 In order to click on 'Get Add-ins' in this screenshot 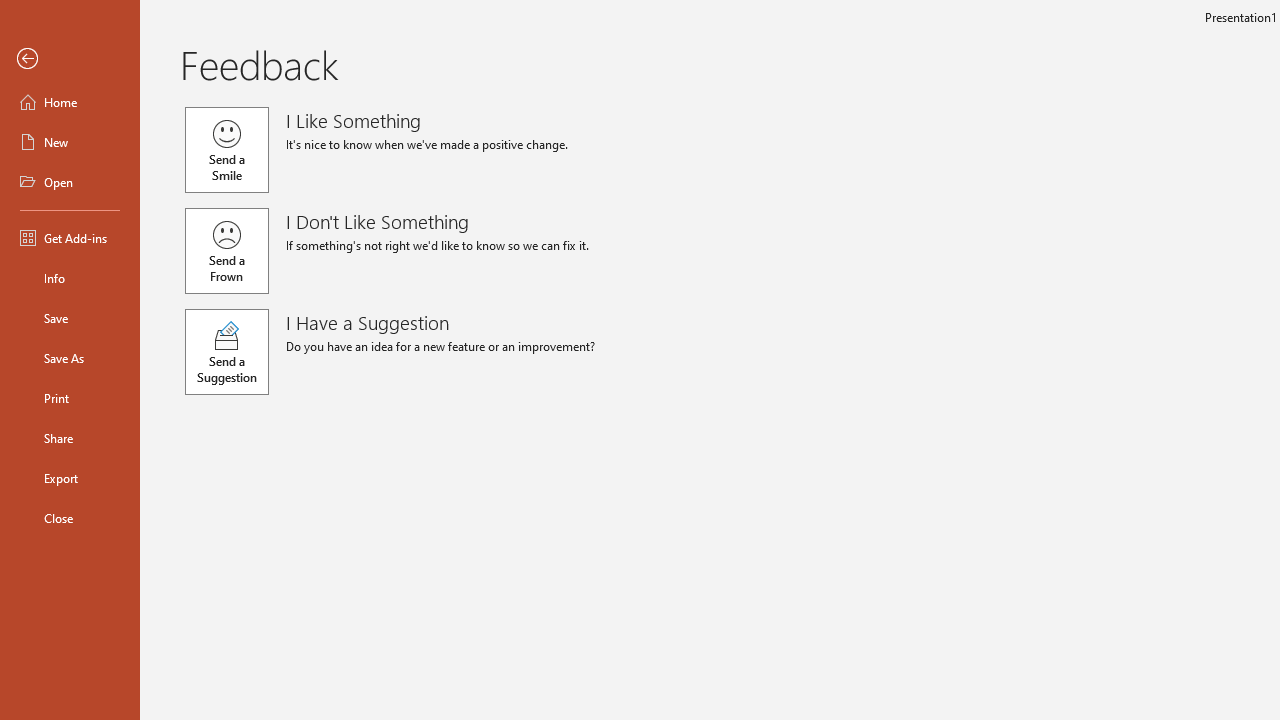, I will do `click(69, 236)`.